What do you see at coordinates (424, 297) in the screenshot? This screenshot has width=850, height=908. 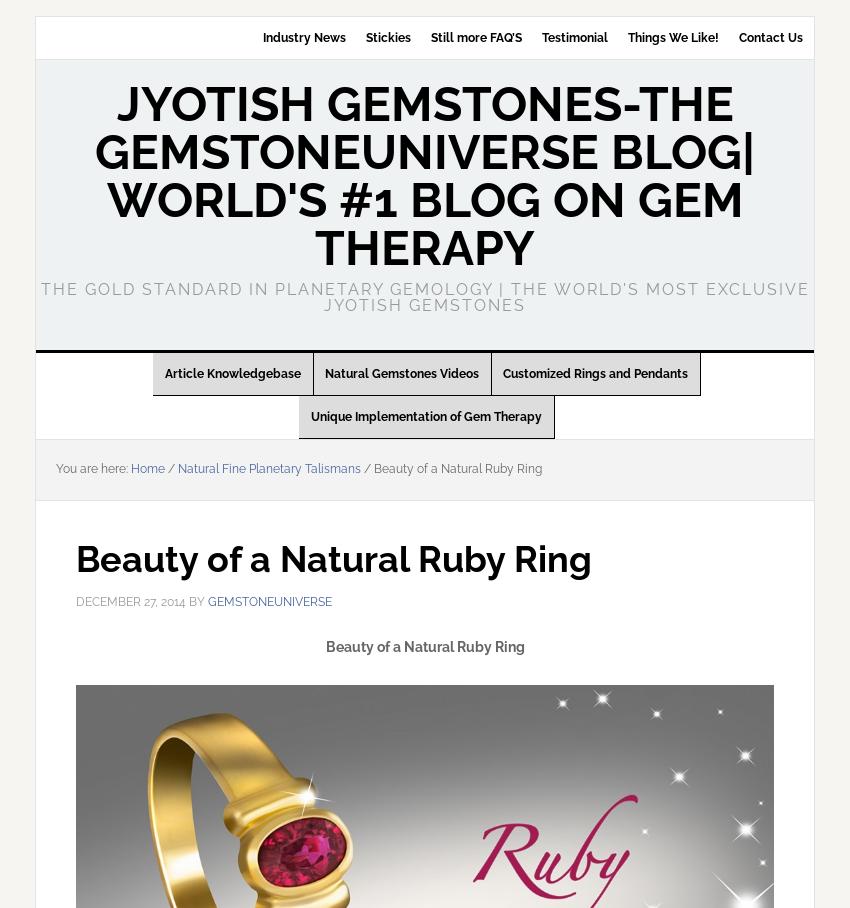 I see `'The Gold Standard in Planetary Gemology | The World's Most Exclusive Jyotish Gemstones'` at bounding box center [424, 297].